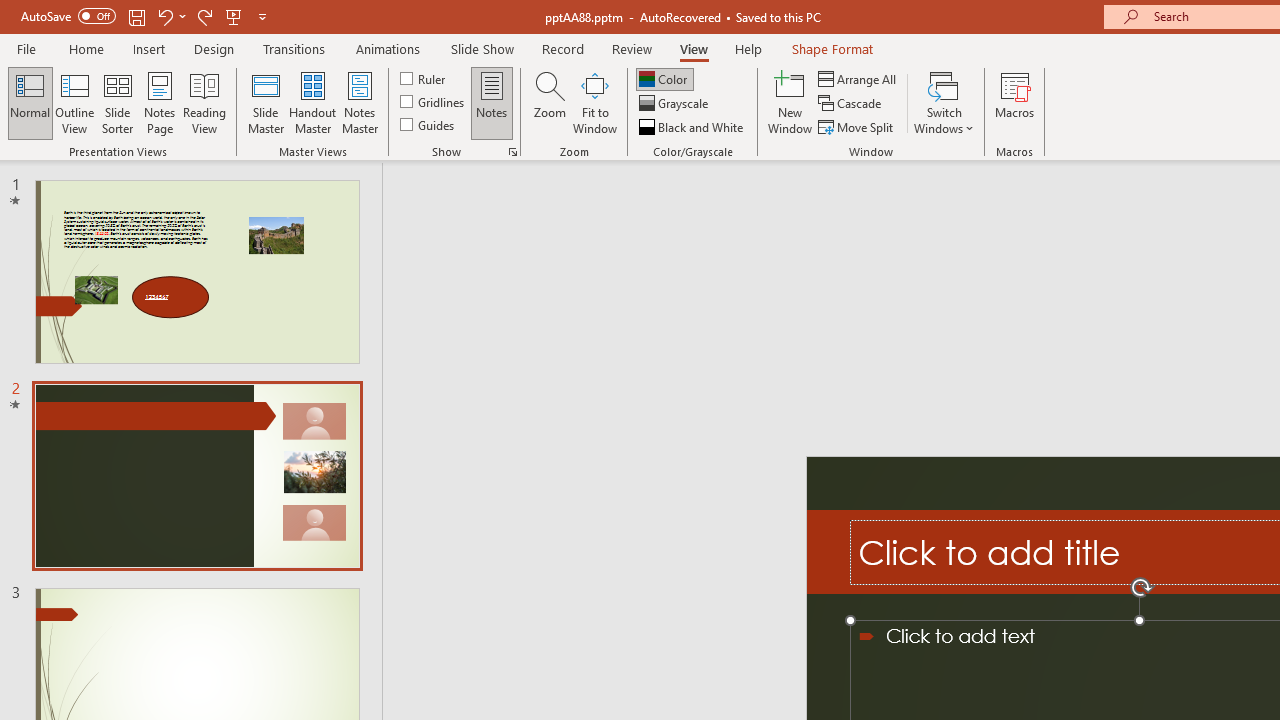 The image size is (1280, 720). Describe the element at coordinates (432, 101) in the screenshot. I see `'Gridlines'` at that location.